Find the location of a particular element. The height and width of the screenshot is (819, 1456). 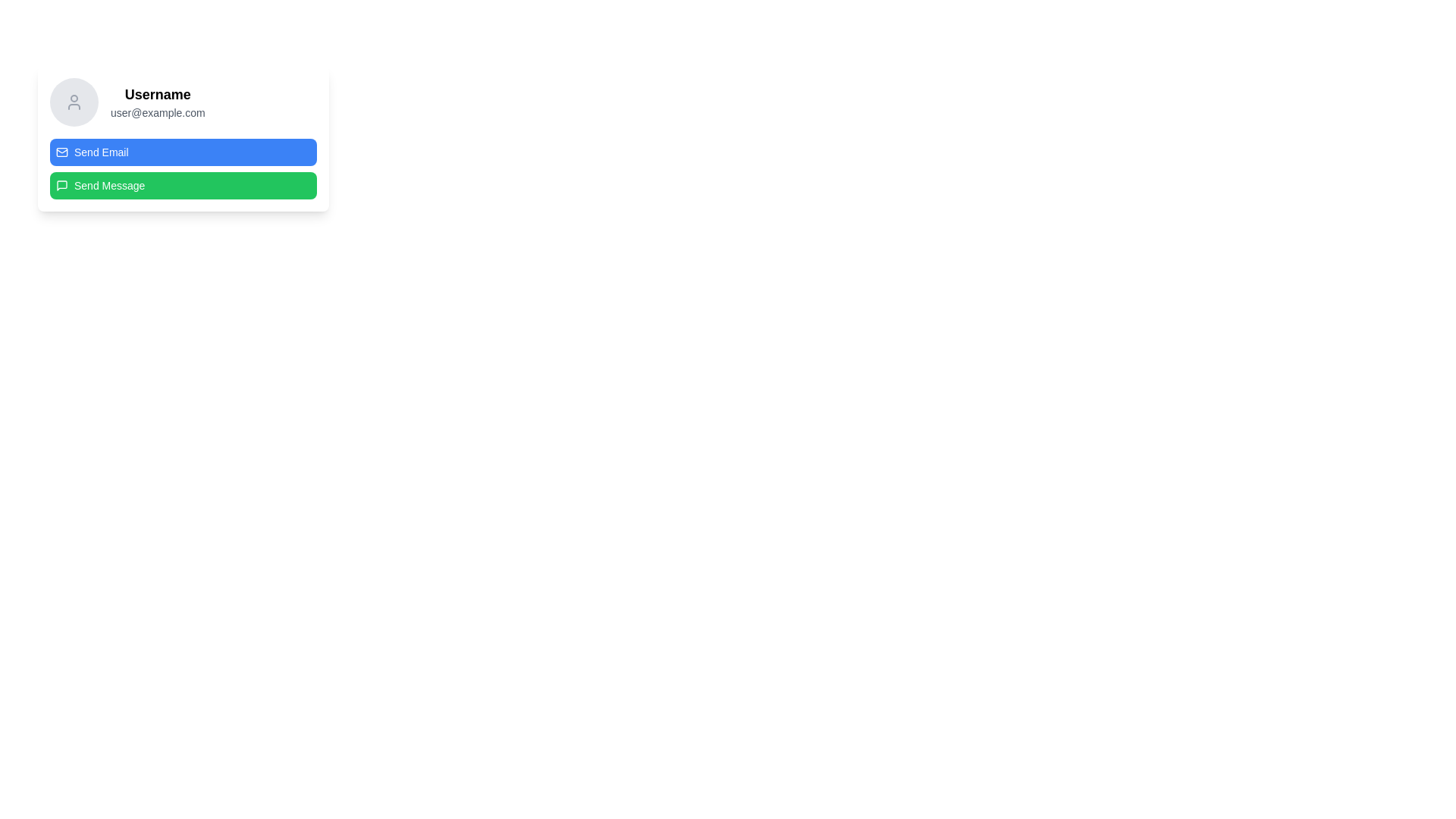

the 'Username' text label which is bold and larger, positioned above the email address and next to the user avatar icon is located at coordinates (158, 94).